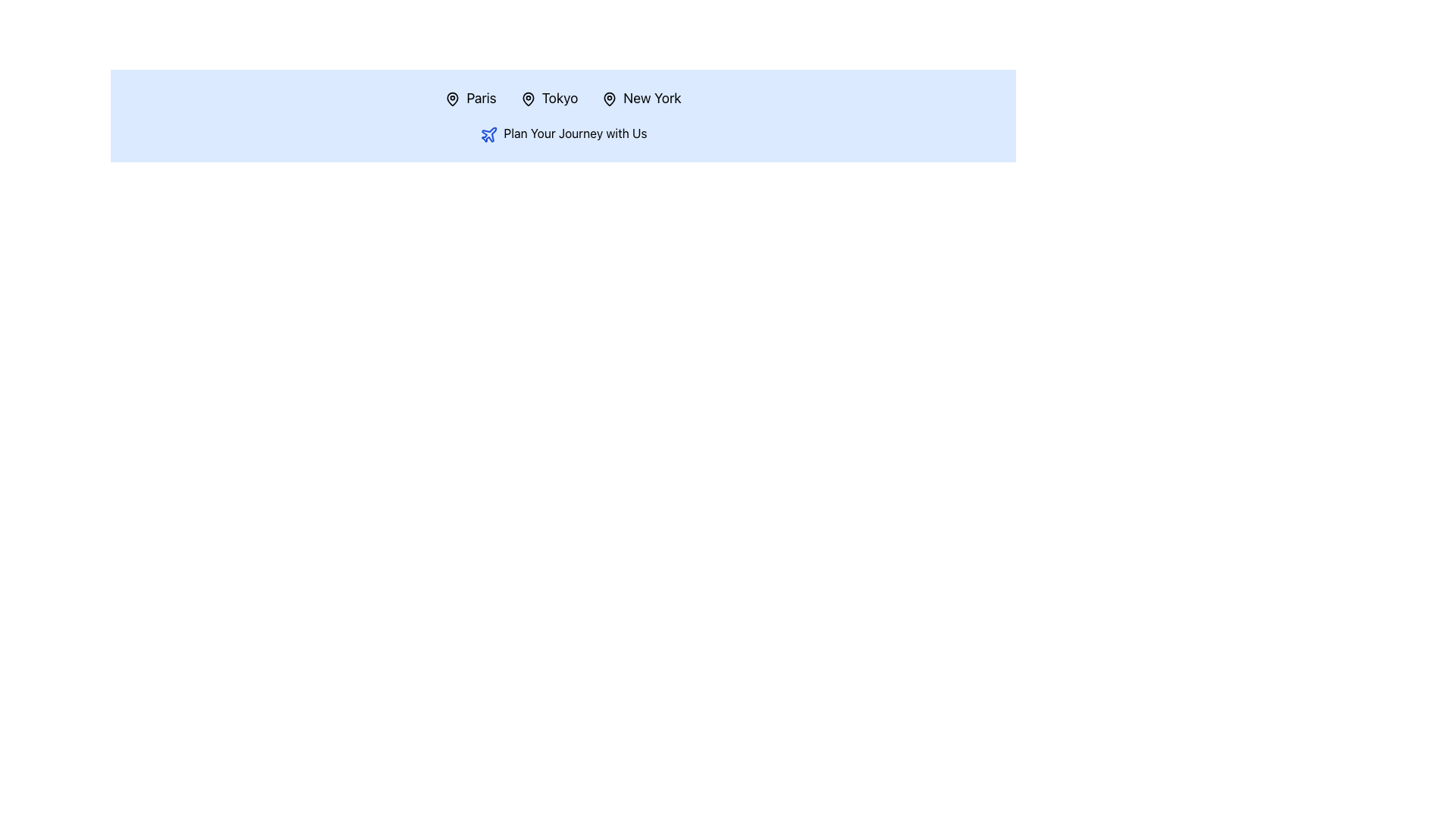 The width and height of the screenshot is (1456, 819). Describe the element at coordinates (563, 133) in the screenshot. I see `the promotional header element featuring a text label and a decorative plane icon` at that location.